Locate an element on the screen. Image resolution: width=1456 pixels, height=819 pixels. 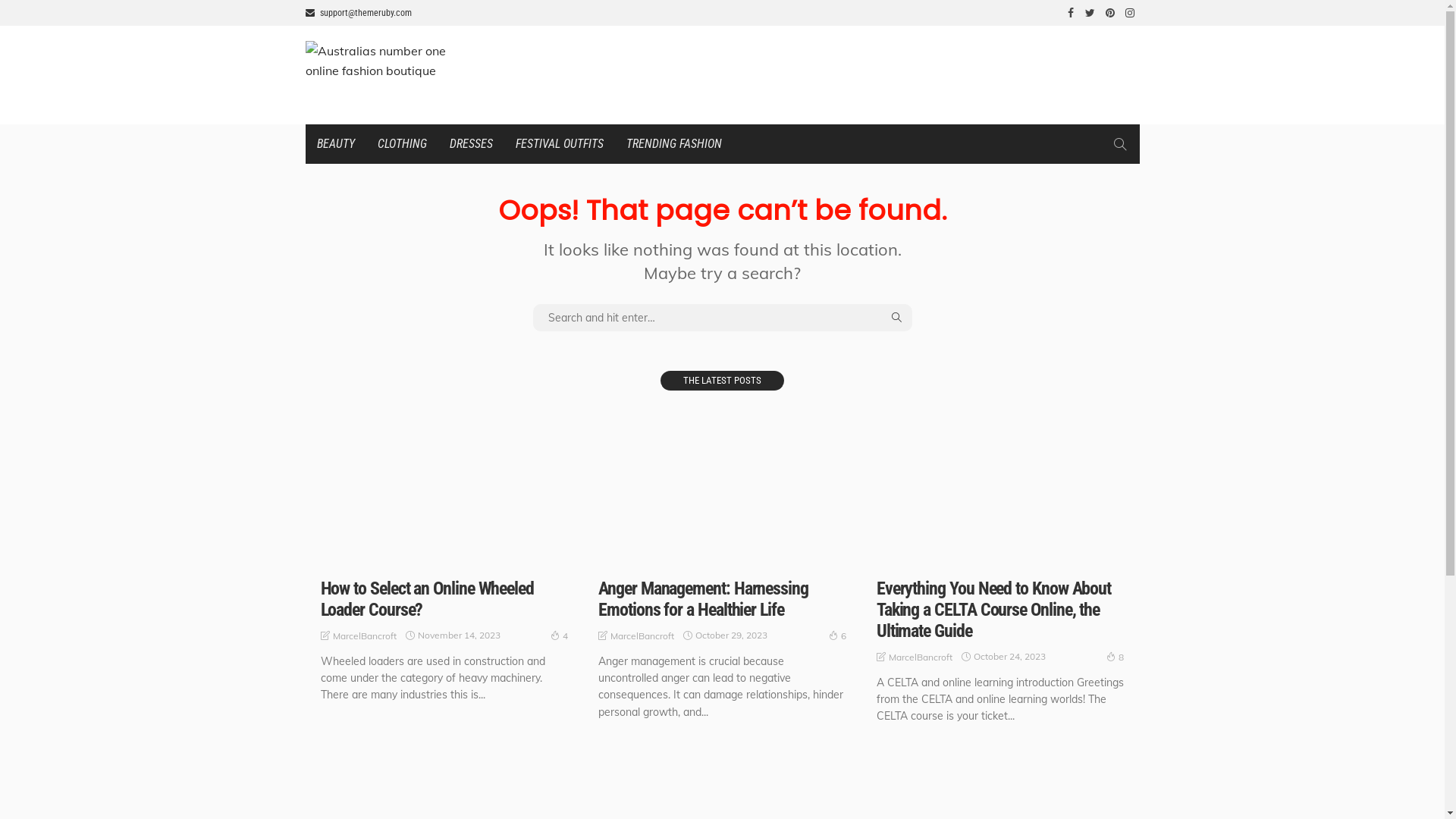
'pinterest' is located at coordinates (1109, 12).